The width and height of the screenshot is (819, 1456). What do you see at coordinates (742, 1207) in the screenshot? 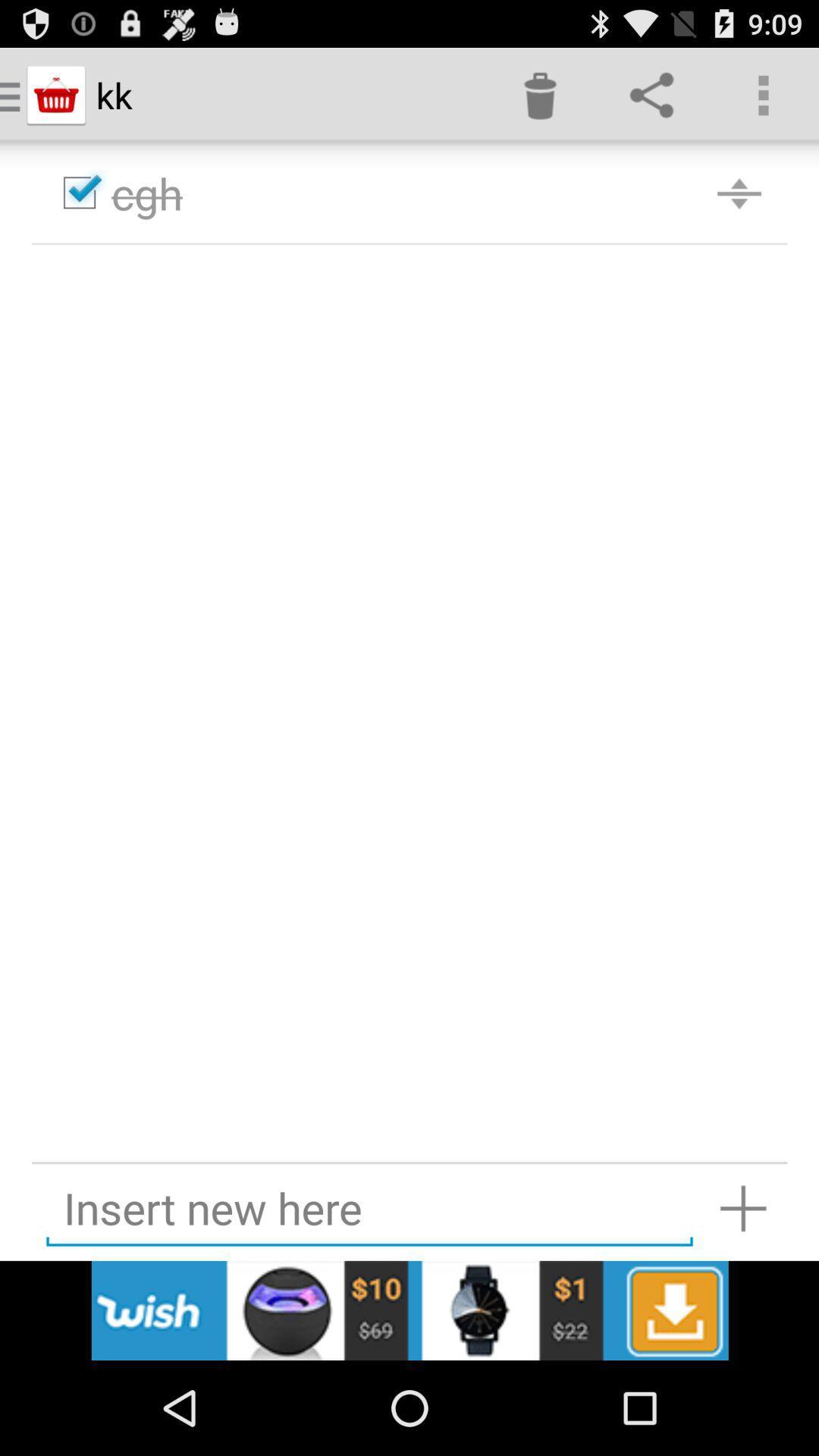
I see `new insert` at bounding box center [742, 1207].